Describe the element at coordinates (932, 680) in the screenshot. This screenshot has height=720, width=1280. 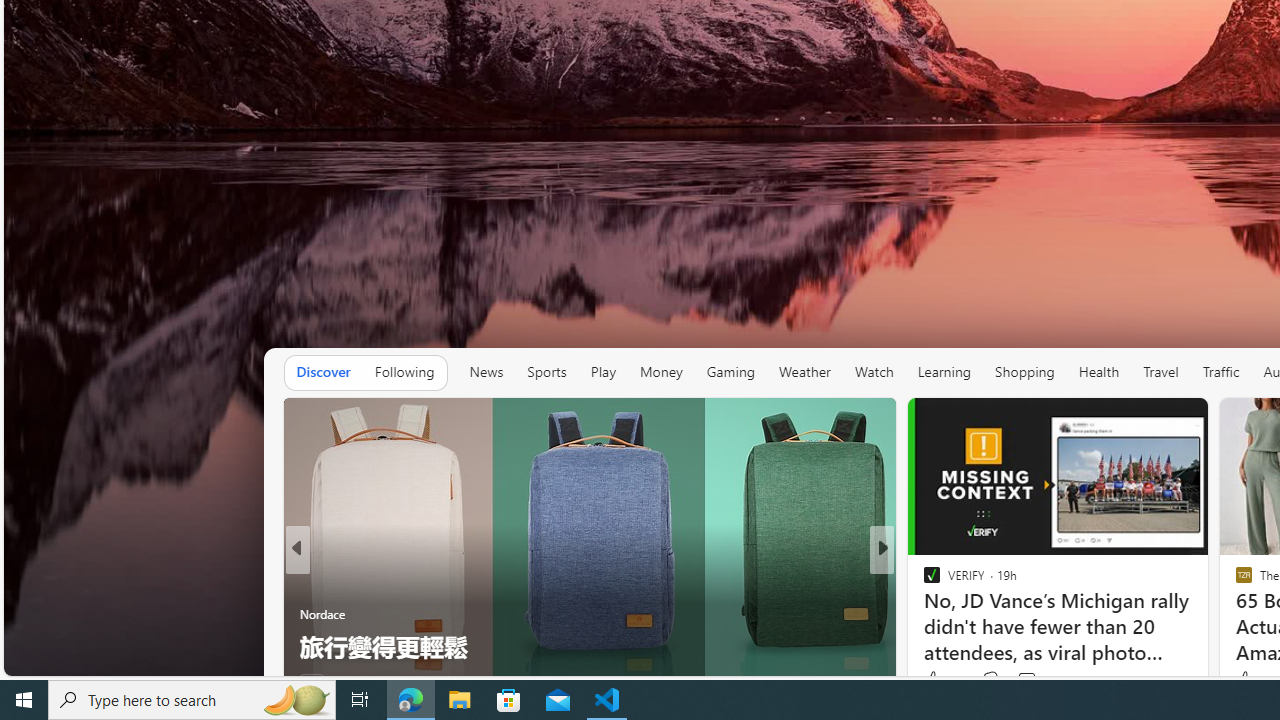
I see `'1k Like'` at that location.